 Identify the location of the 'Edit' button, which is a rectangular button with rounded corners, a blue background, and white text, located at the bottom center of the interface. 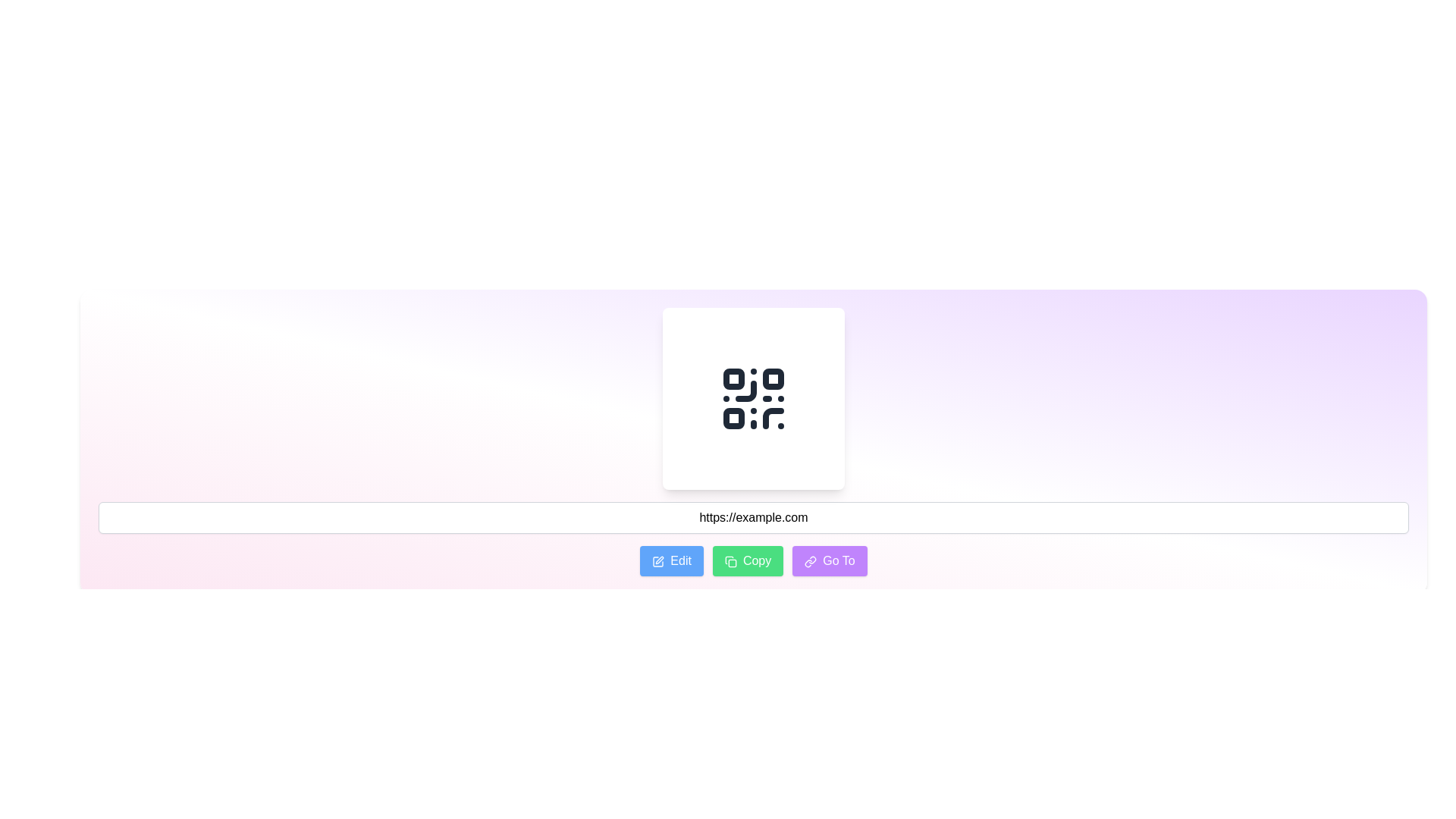
(671, 561).